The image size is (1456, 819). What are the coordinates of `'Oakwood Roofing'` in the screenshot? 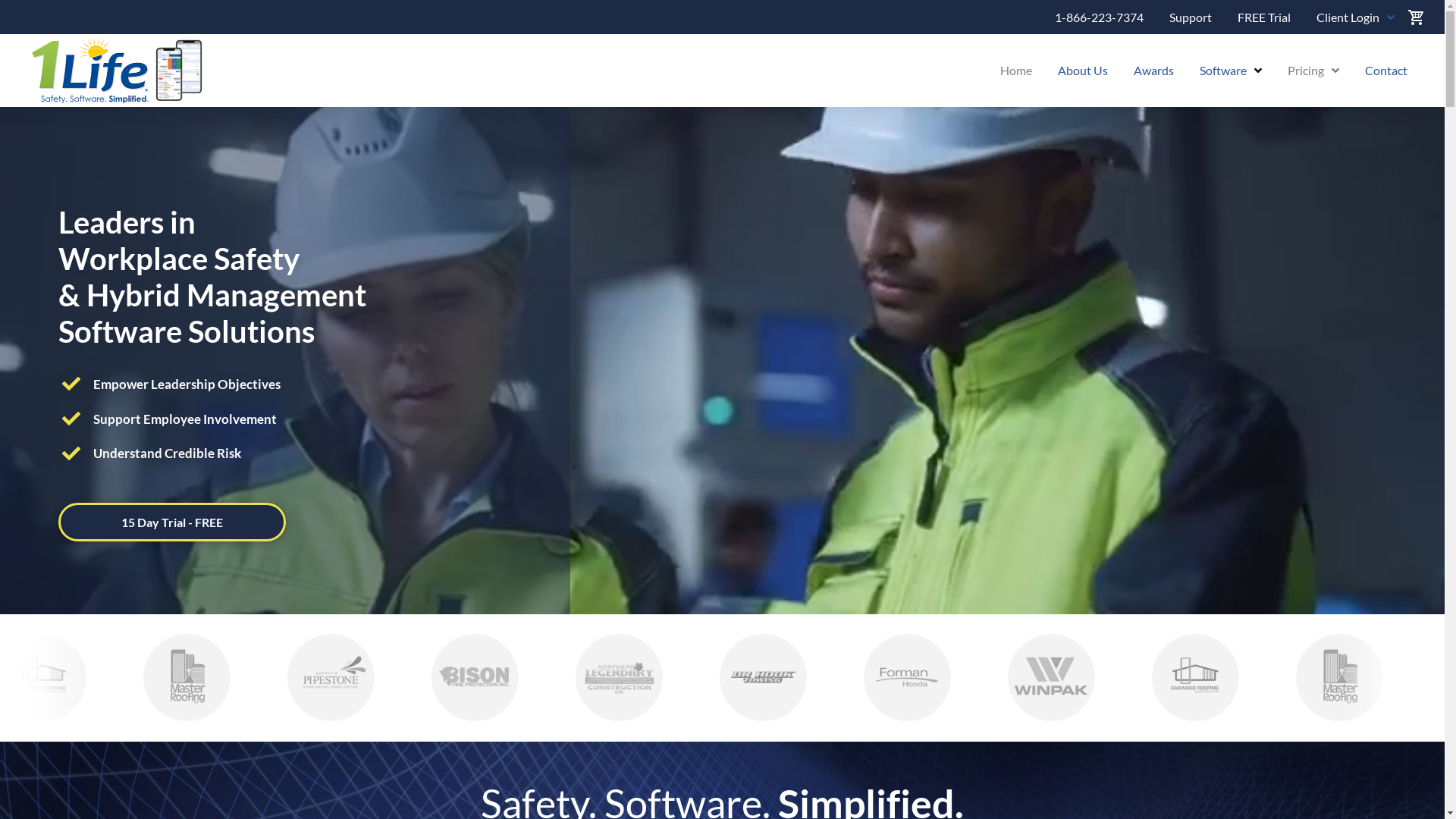 It's located at (1170, 676).